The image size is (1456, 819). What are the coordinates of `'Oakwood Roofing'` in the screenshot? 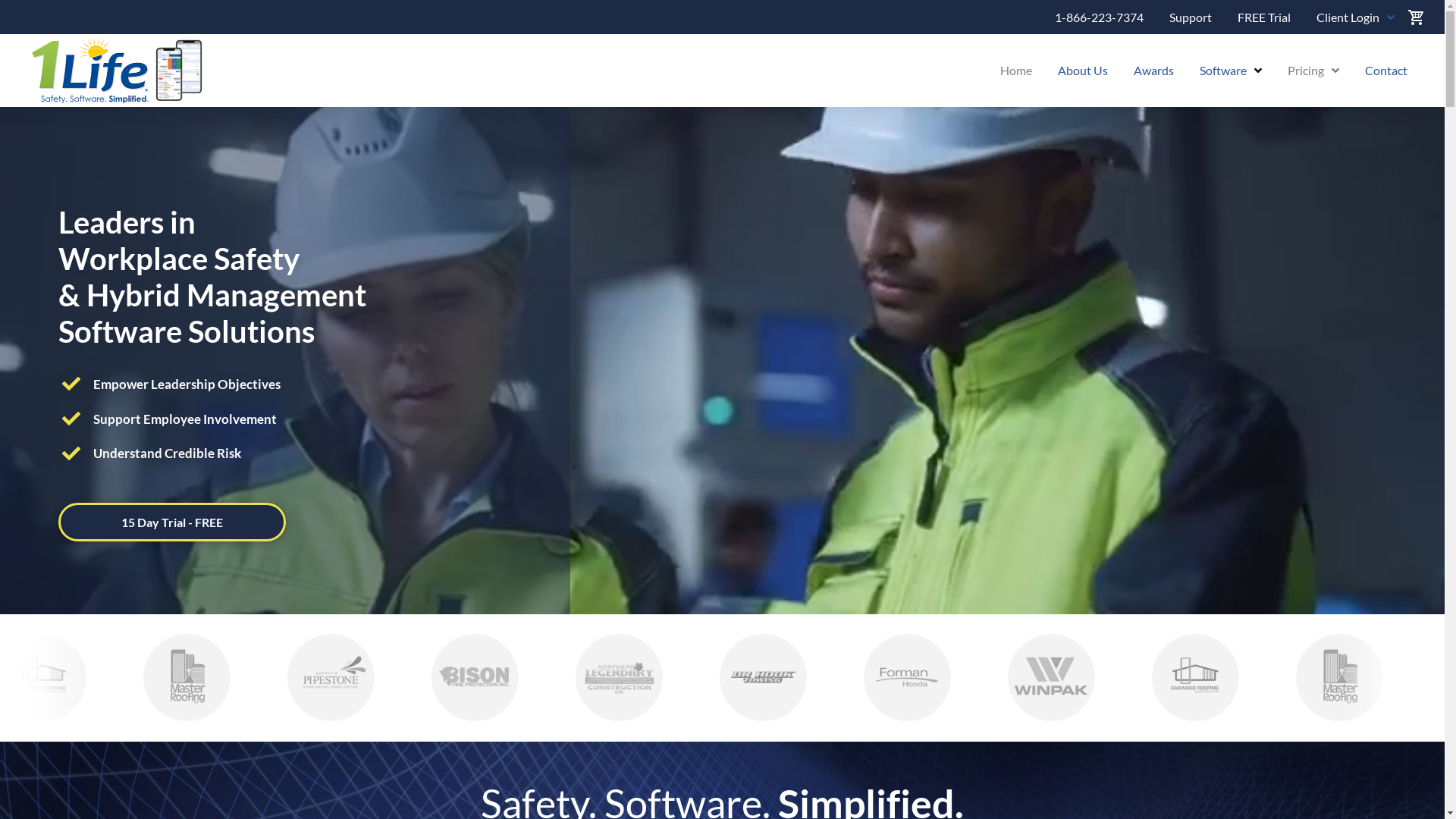 It's located at (1170, 676).